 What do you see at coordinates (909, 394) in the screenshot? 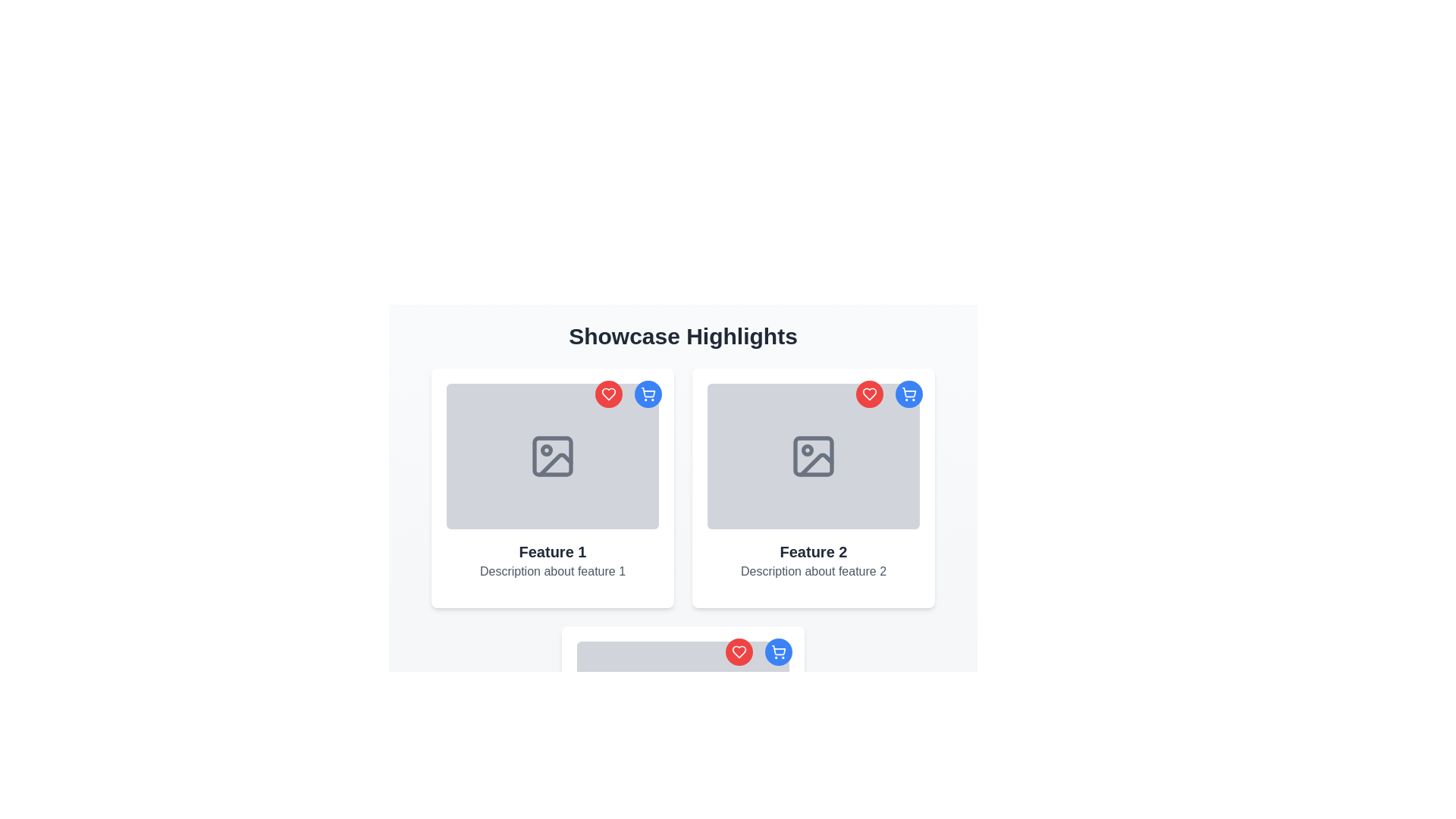
I see `the shopping cart icon button located in the top-right corner of the second card (titled 'Feature 2')` at bounding box center [909, 394].